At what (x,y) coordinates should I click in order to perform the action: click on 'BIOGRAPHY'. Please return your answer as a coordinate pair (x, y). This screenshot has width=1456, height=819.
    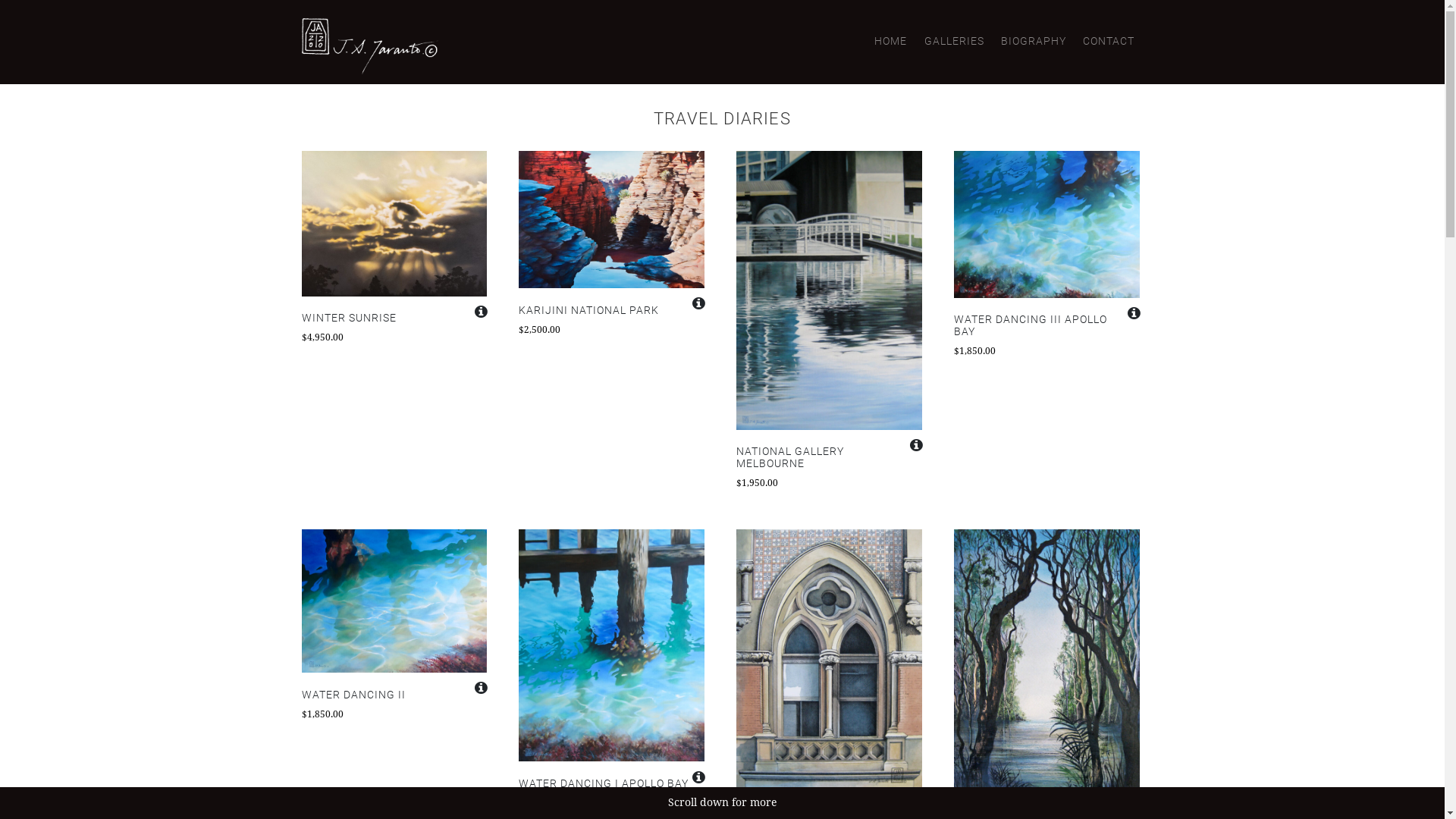
    Looking at the image, I should click on (1033, 40).